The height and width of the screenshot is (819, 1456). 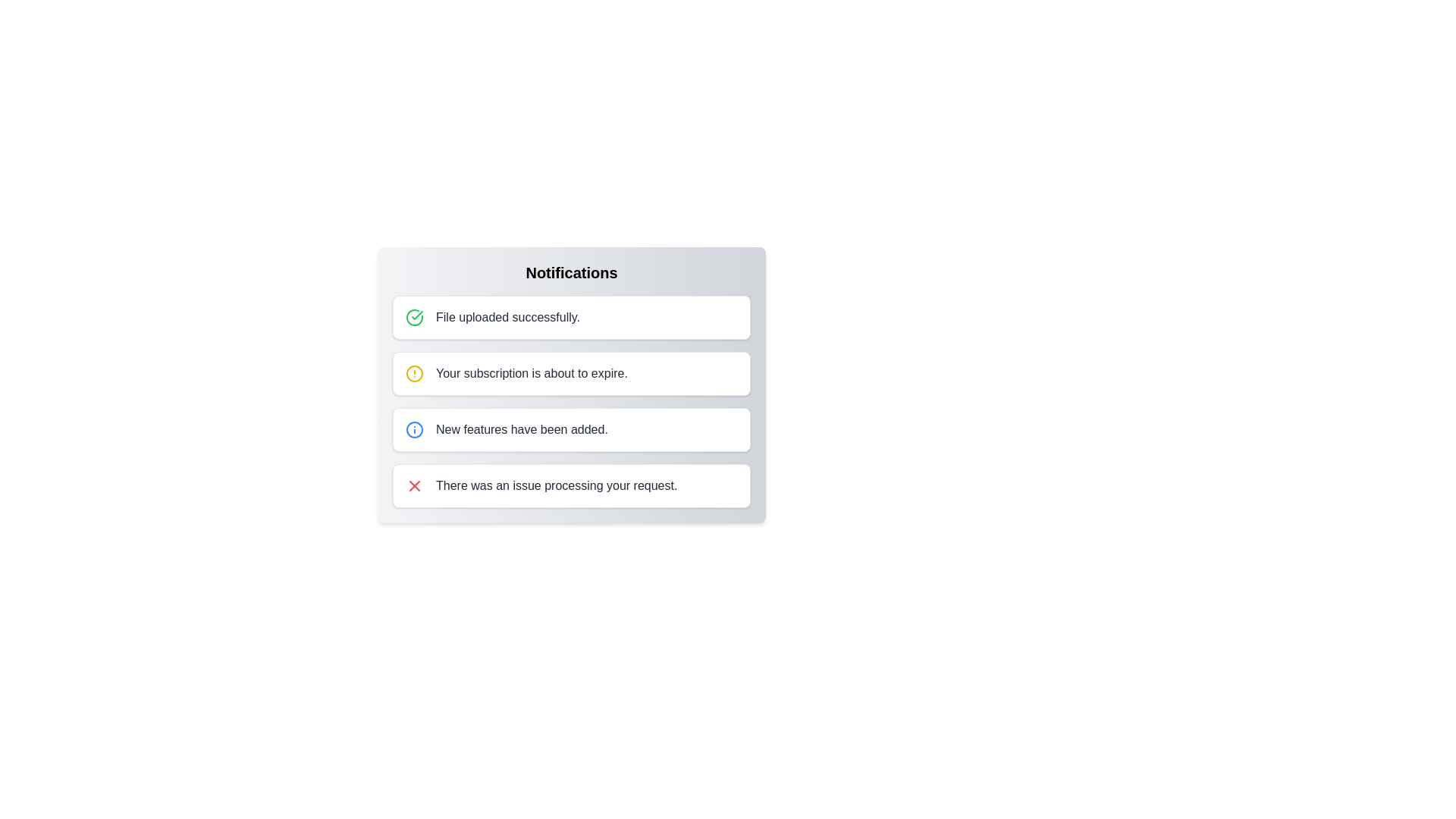 What do you see at coordinates (570, 317) in the screenshot?
I see `the Notification box that indicates a successful file upload, which is positioned at the top of the notifications list and features a green checkmark icon on the left` at bounding box center [570, 317].